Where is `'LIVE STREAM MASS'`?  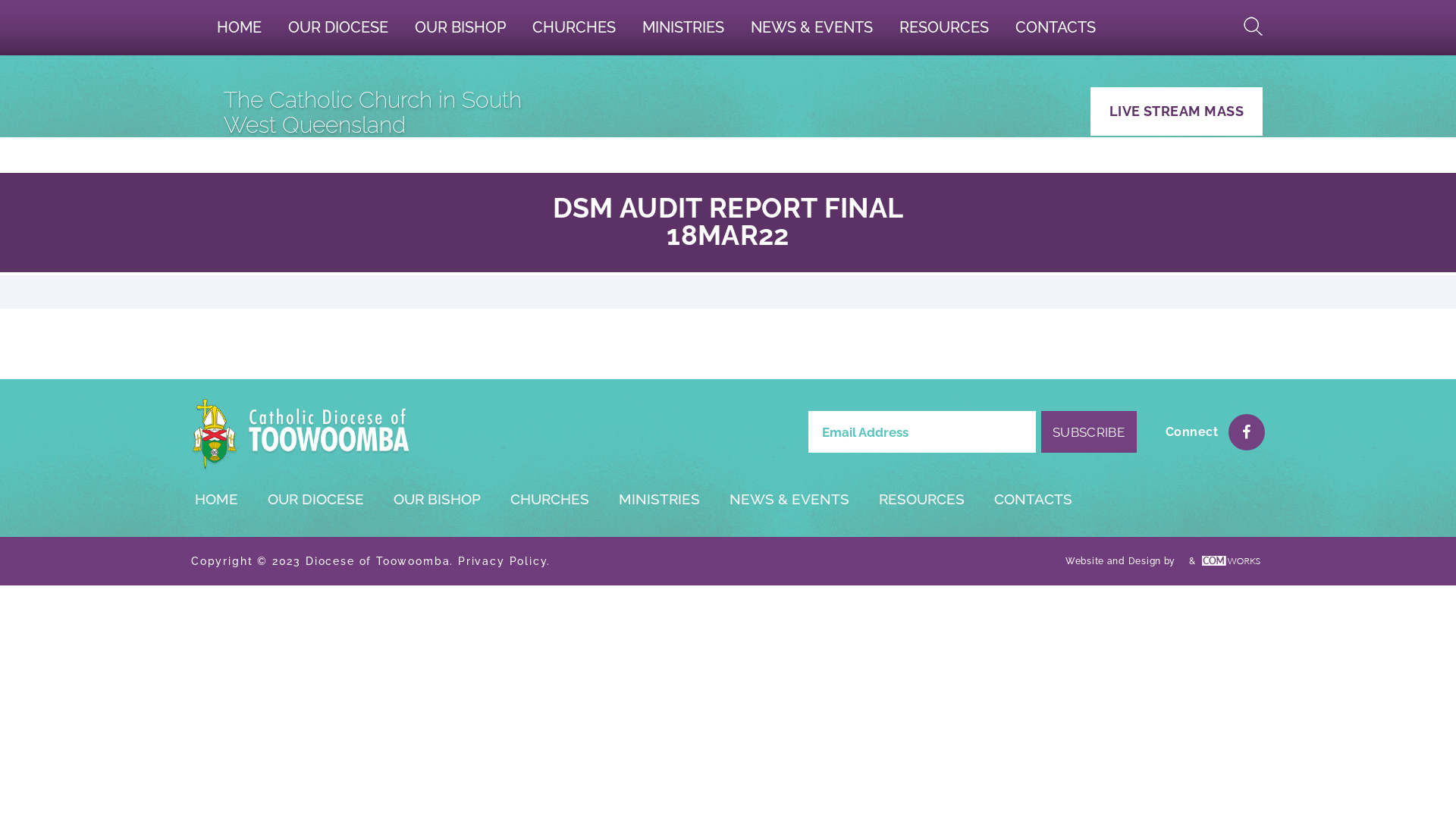
'LIVE STREAM MASS' is located at coordinates (1175, 110).